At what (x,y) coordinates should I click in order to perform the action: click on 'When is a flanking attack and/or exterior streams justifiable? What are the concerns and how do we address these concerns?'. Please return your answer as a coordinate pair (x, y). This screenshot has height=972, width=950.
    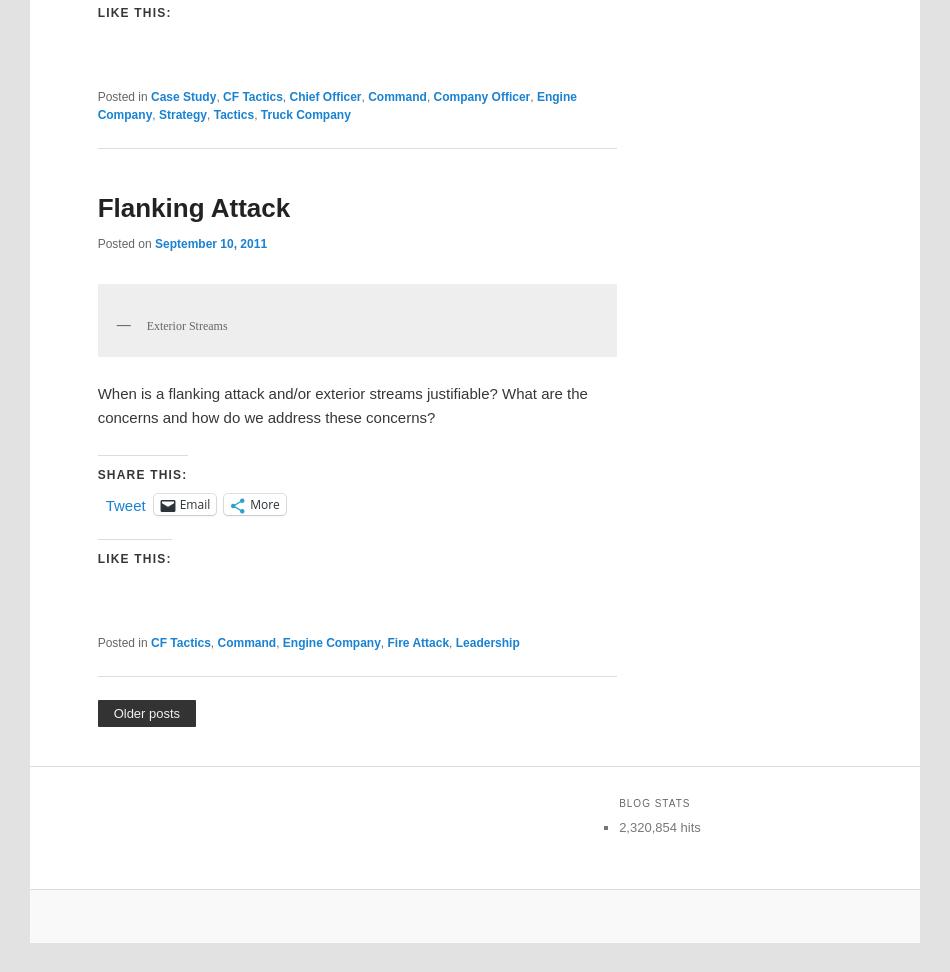
    Looking at the image, I should click on (341, 405).